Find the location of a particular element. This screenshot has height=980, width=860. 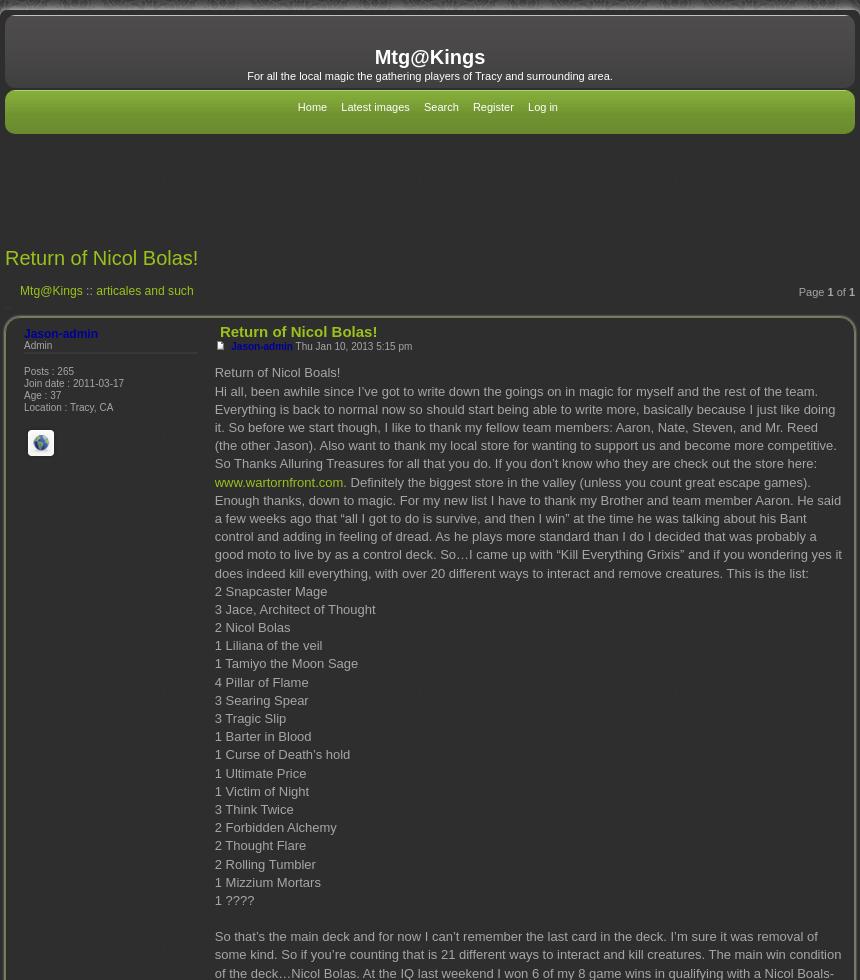

'3 Searing Spear' is located at coordinates (212, 699).